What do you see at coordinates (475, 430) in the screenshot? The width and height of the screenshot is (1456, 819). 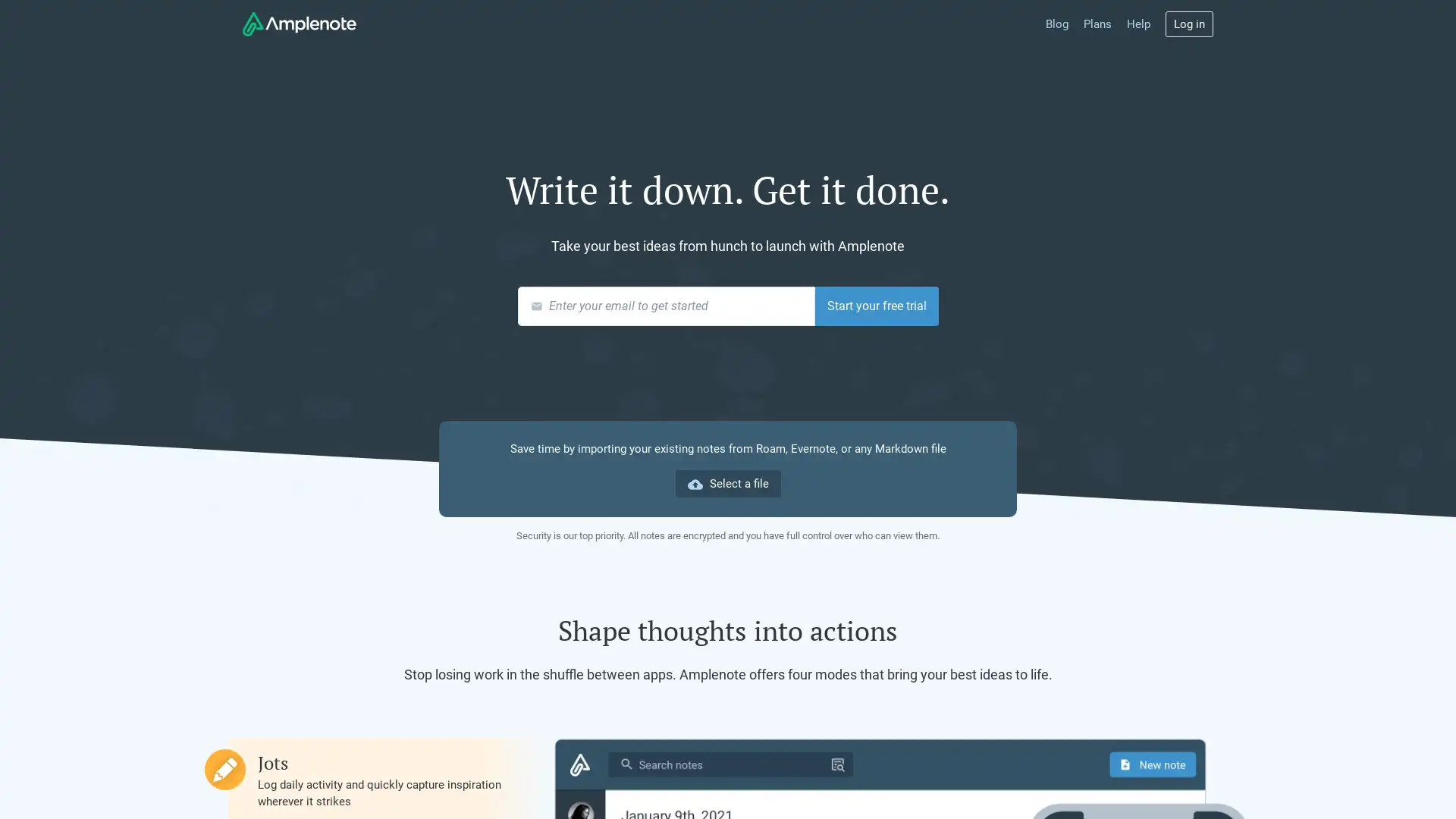 I see `Choose File` at bounding box center [475, 430].